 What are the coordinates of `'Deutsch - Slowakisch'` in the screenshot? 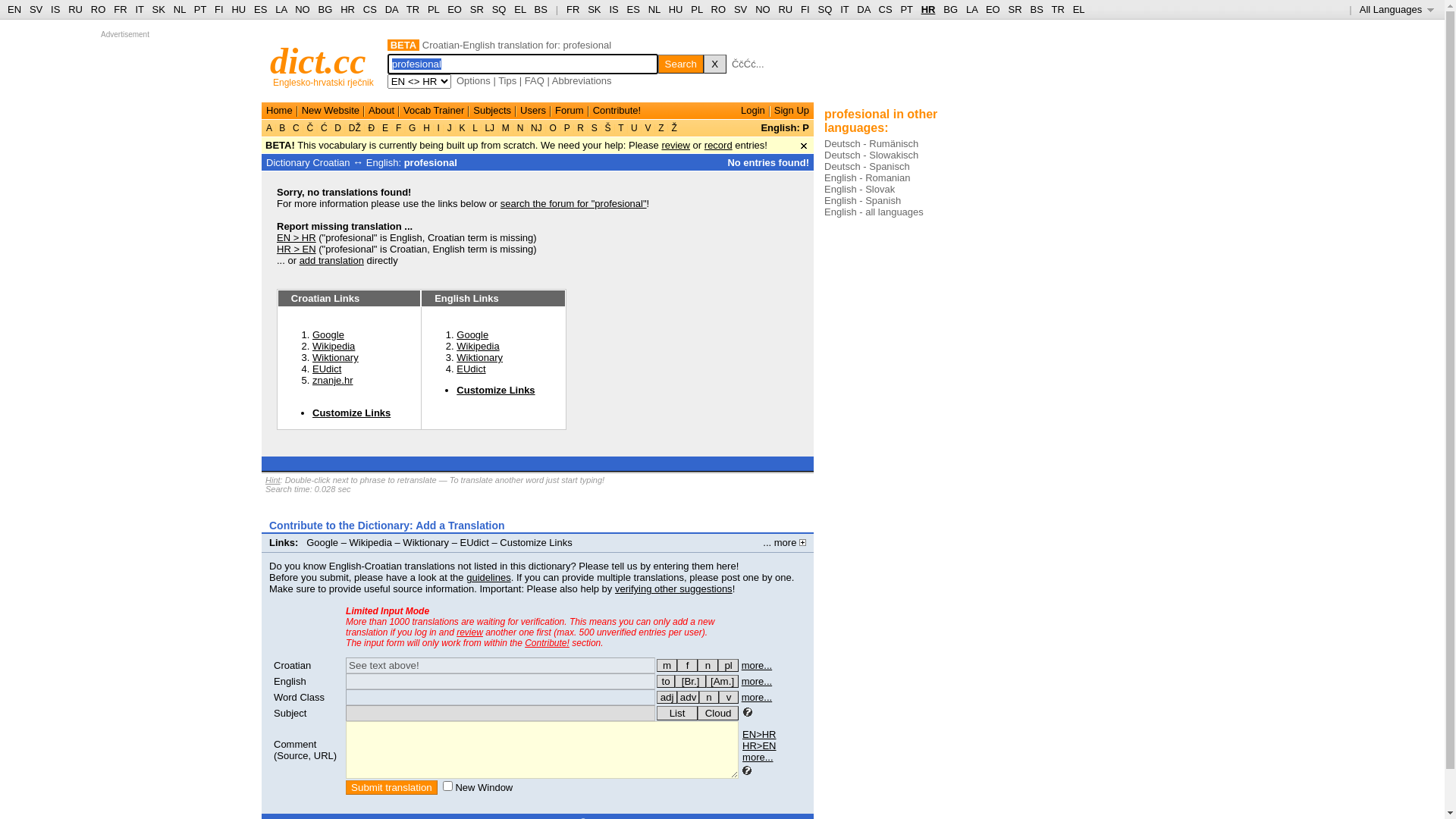 It's located at (871, 155).